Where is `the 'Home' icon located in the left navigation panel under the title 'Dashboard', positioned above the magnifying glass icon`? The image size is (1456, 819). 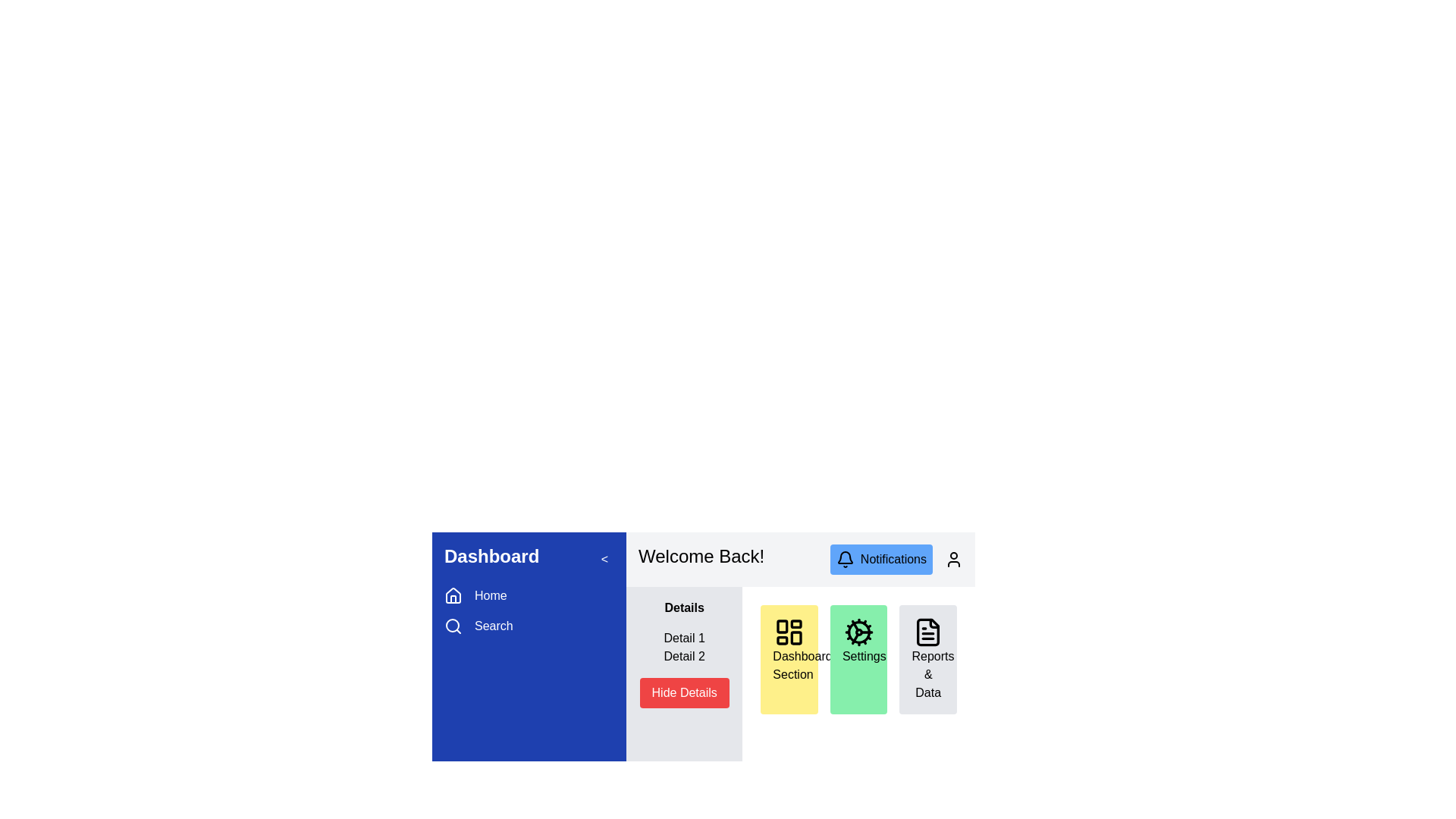 the 'Home' icon located in the left navigation panel under the title 'Dashboard', positioned above the magnifying glass icon is located at coordinates (453, 595).